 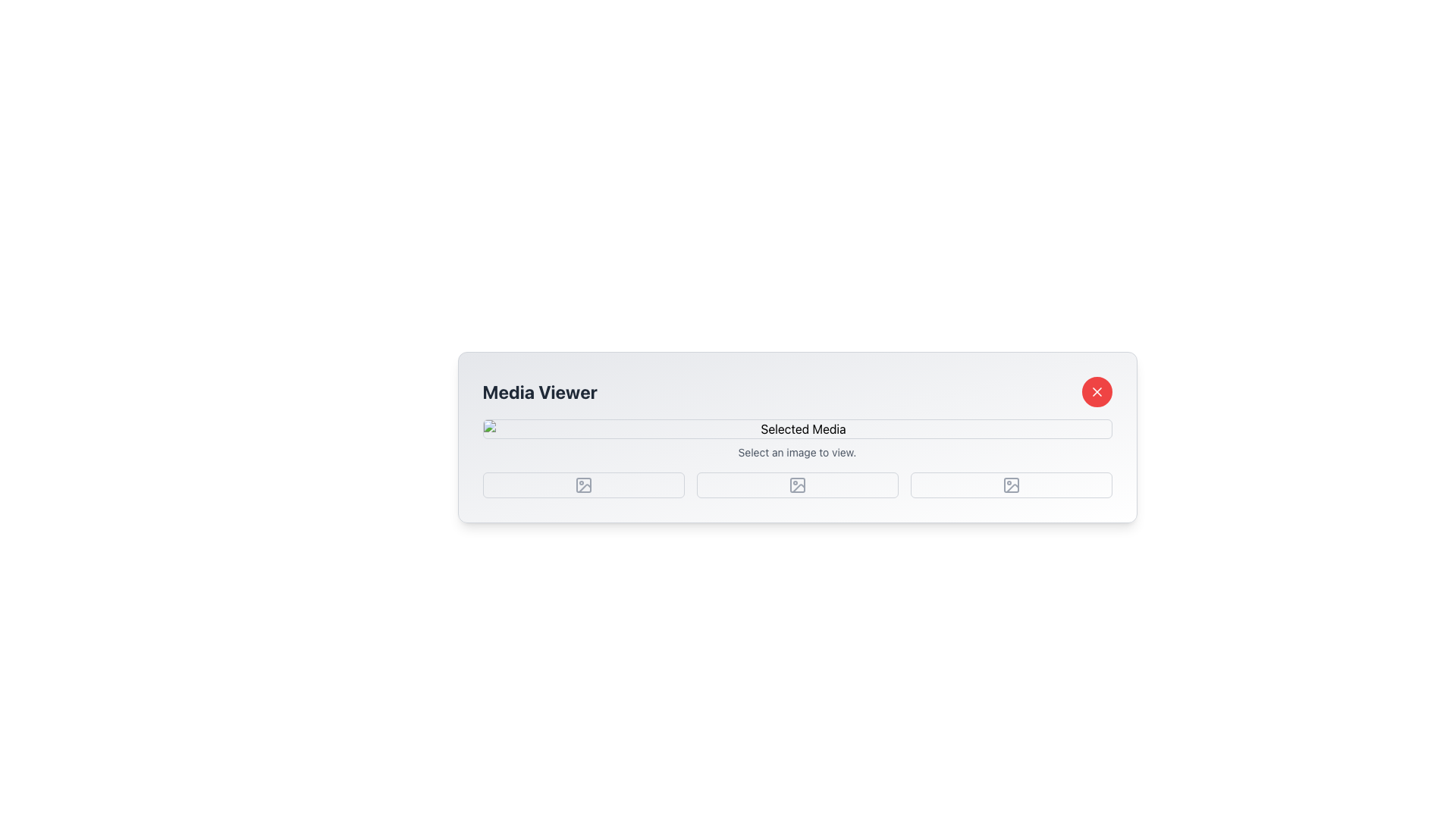 What do you see at coordinates (1097, 391) in the screenshot?
I see `the red circular button containing the white 'X' icon in the top-right corner of the 'Media Viewer' panel` at bounding box center [1097, 391].